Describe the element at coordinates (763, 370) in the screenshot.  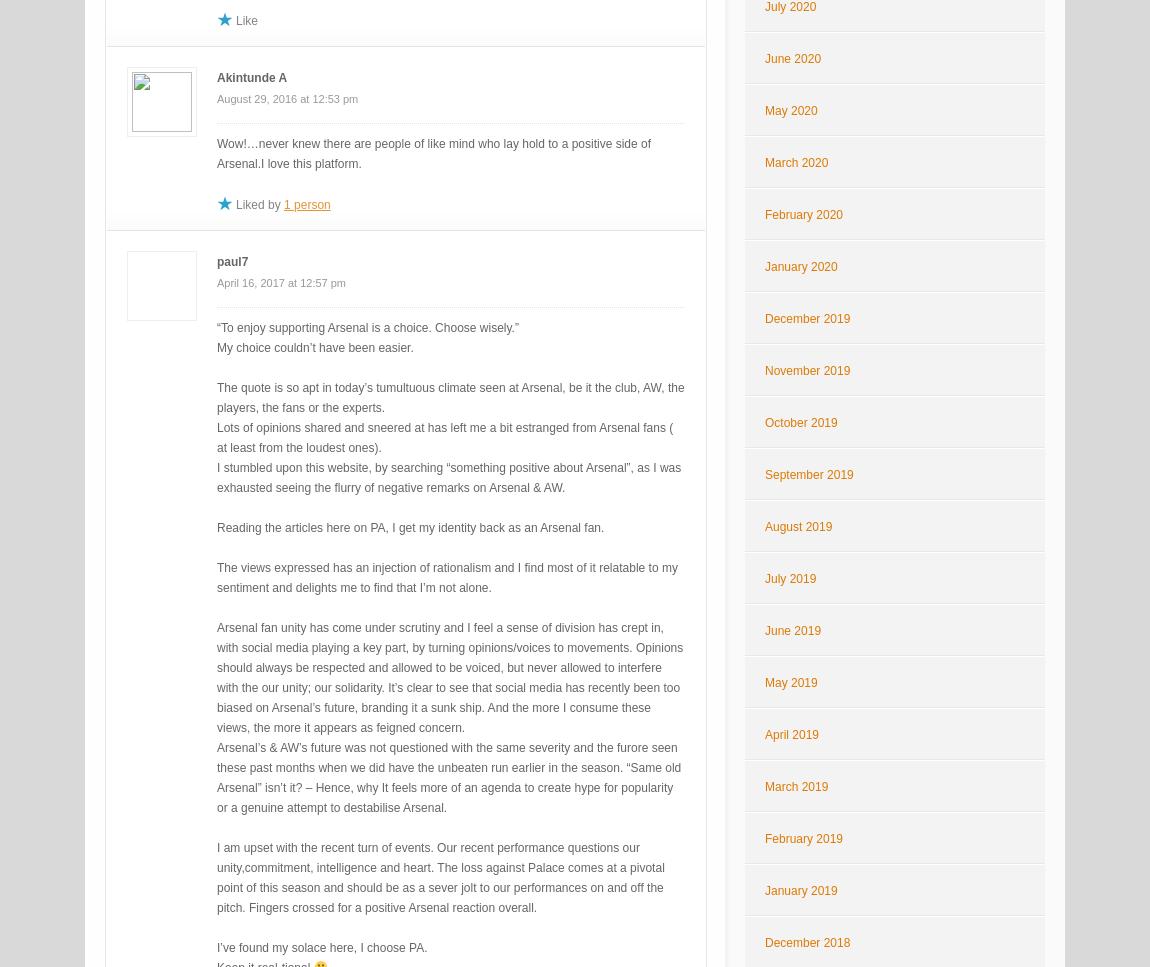
I see `'November 2019'` at that location.